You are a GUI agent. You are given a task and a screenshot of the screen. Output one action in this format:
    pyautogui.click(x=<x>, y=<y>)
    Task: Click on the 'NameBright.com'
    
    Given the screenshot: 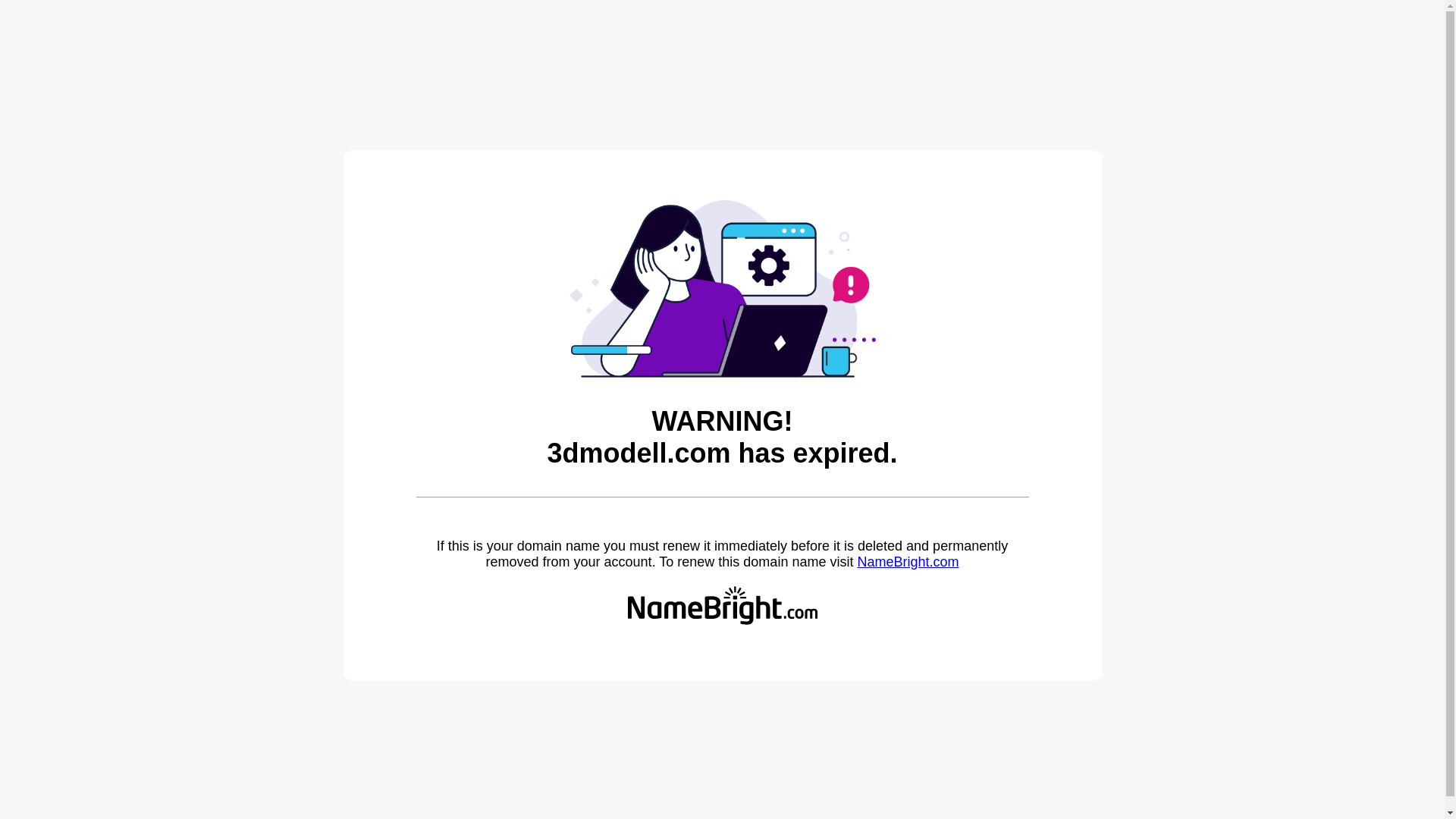 What is the action you would take?
    pyautogui.click(x=907, y=561)
    